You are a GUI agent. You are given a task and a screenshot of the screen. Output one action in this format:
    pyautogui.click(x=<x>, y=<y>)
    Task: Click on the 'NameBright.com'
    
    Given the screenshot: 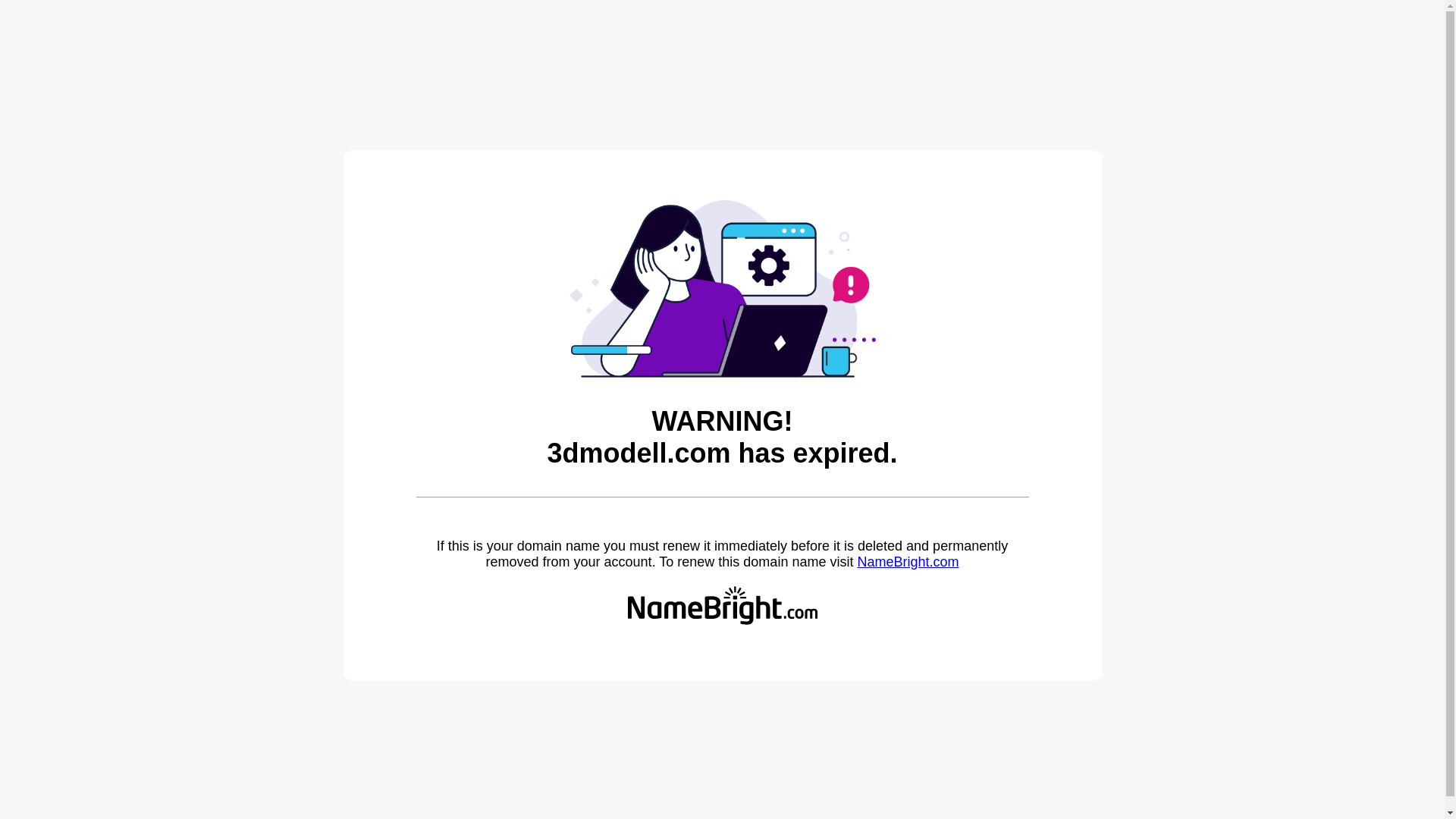 What is the action you would take?
    pyautogui.click(x=907, y=561)
    